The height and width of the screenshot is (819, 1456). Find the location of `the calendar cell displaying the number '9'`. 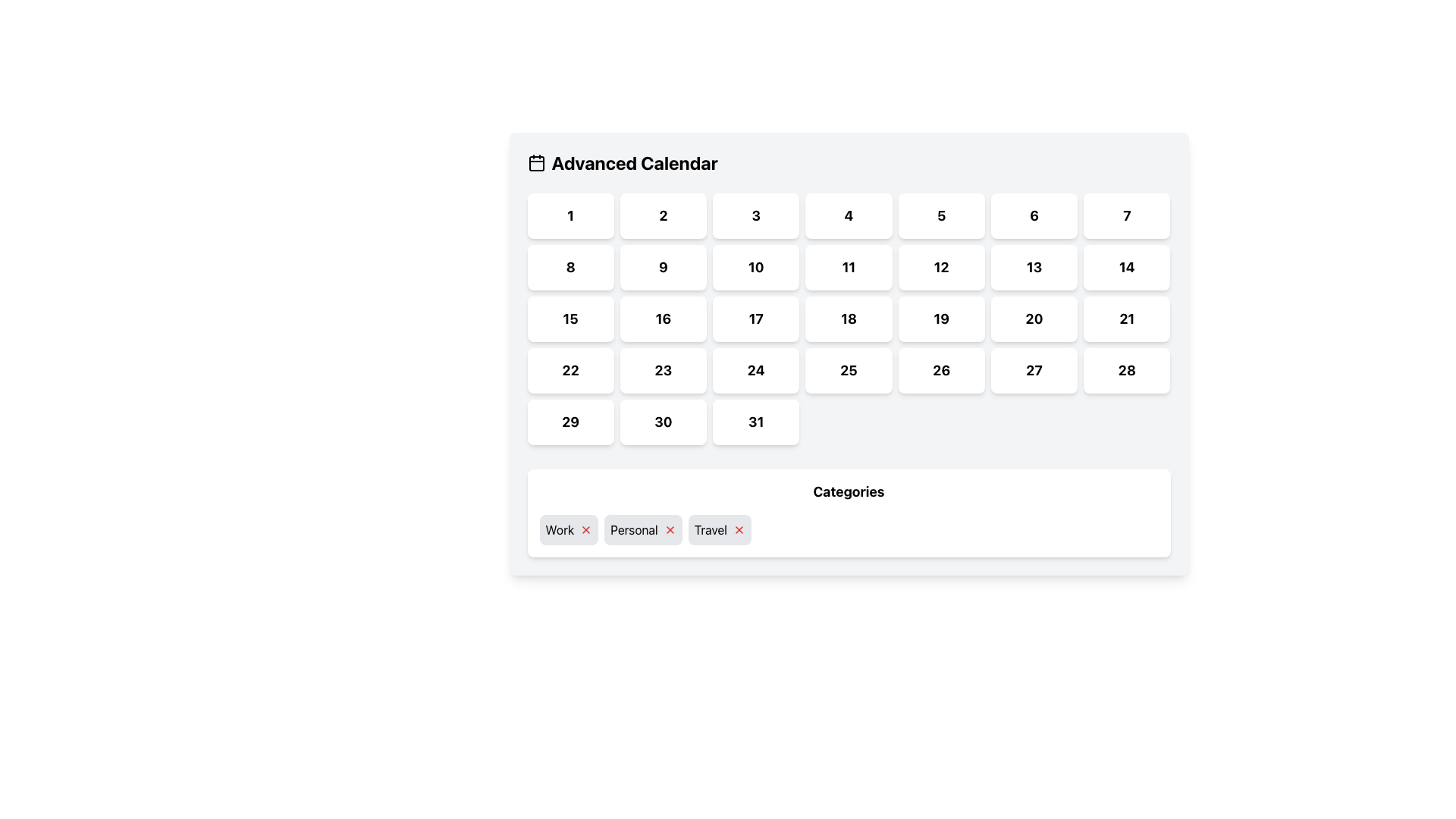

the calendar cell displaying the number '9' is located at coordinates (663, 267).